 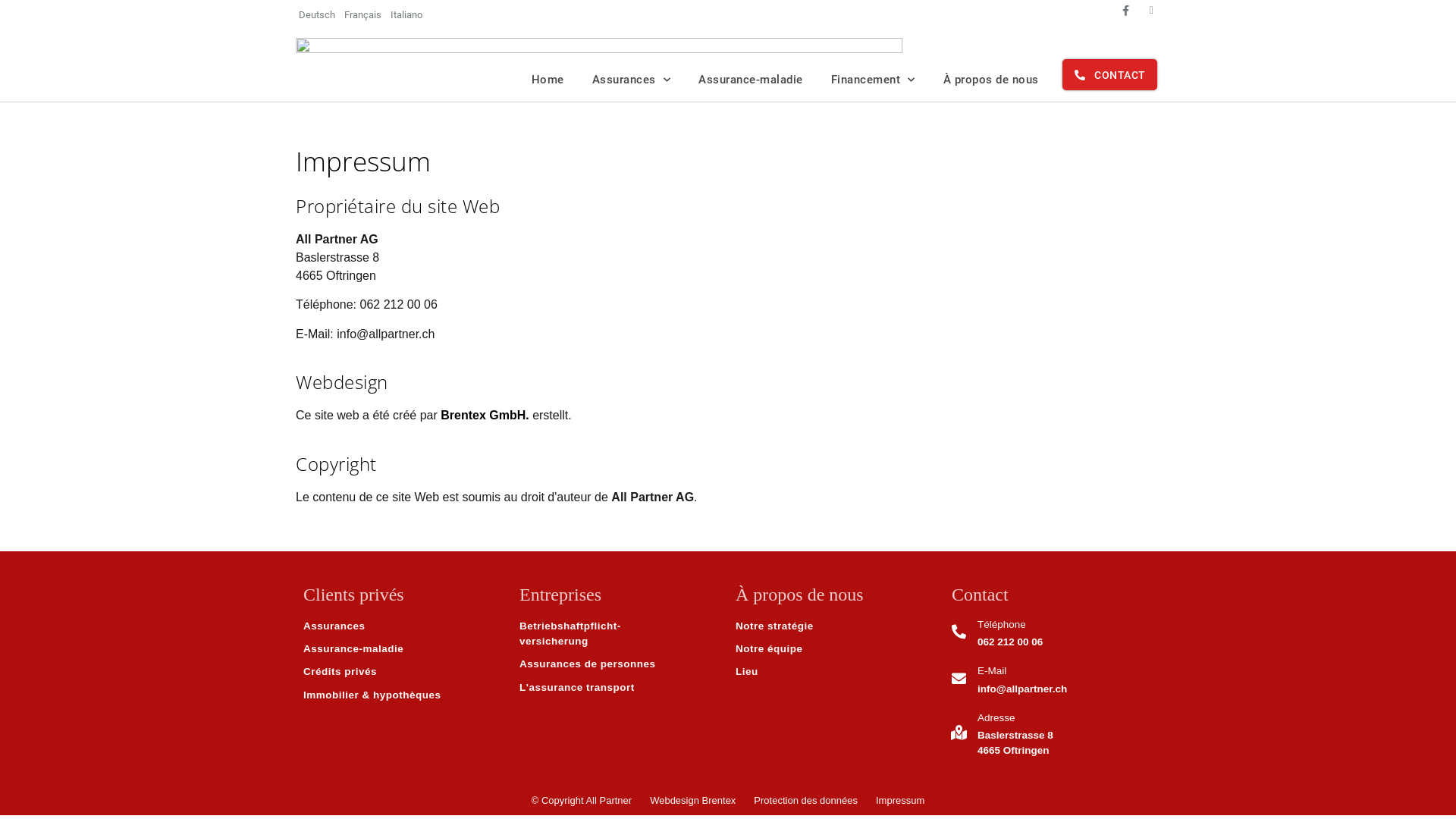 What do you see at coordinates (873, 79) in the screenshot?
I see `'Financement'` at bounding box center [873, 79].